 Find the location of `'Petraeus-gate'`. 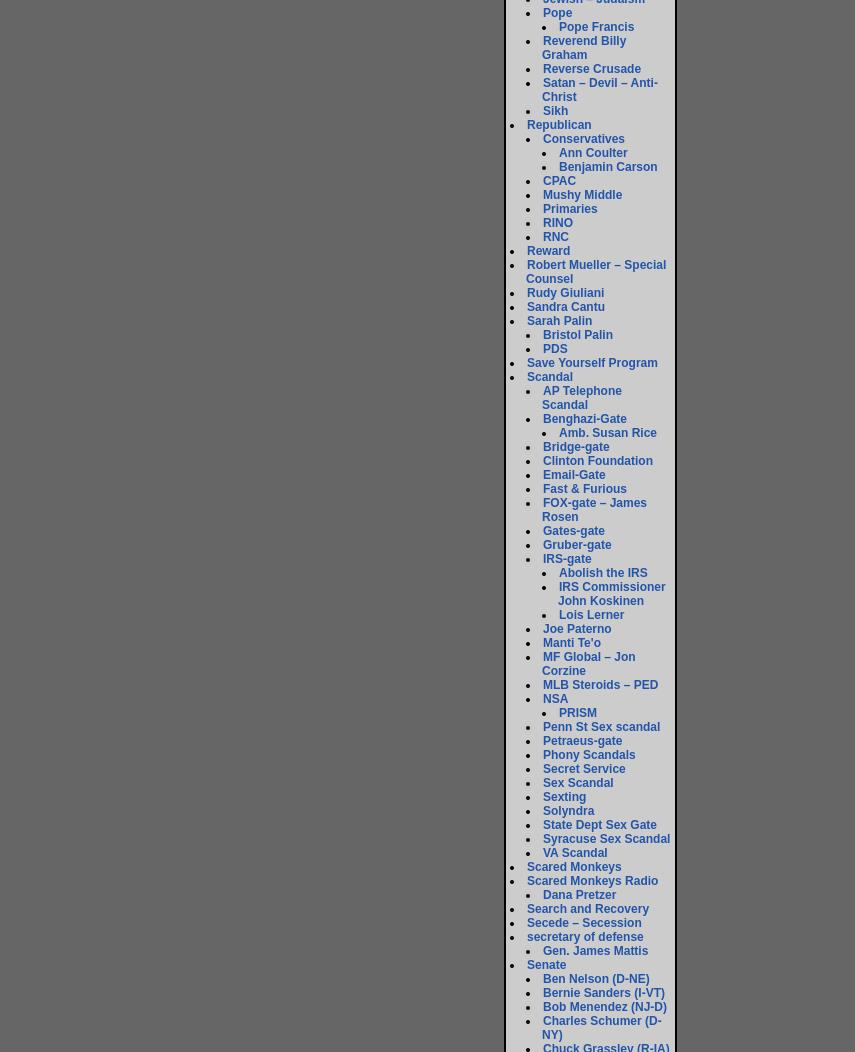

'Petraeus-gate' is located at coordinates (581, 741).